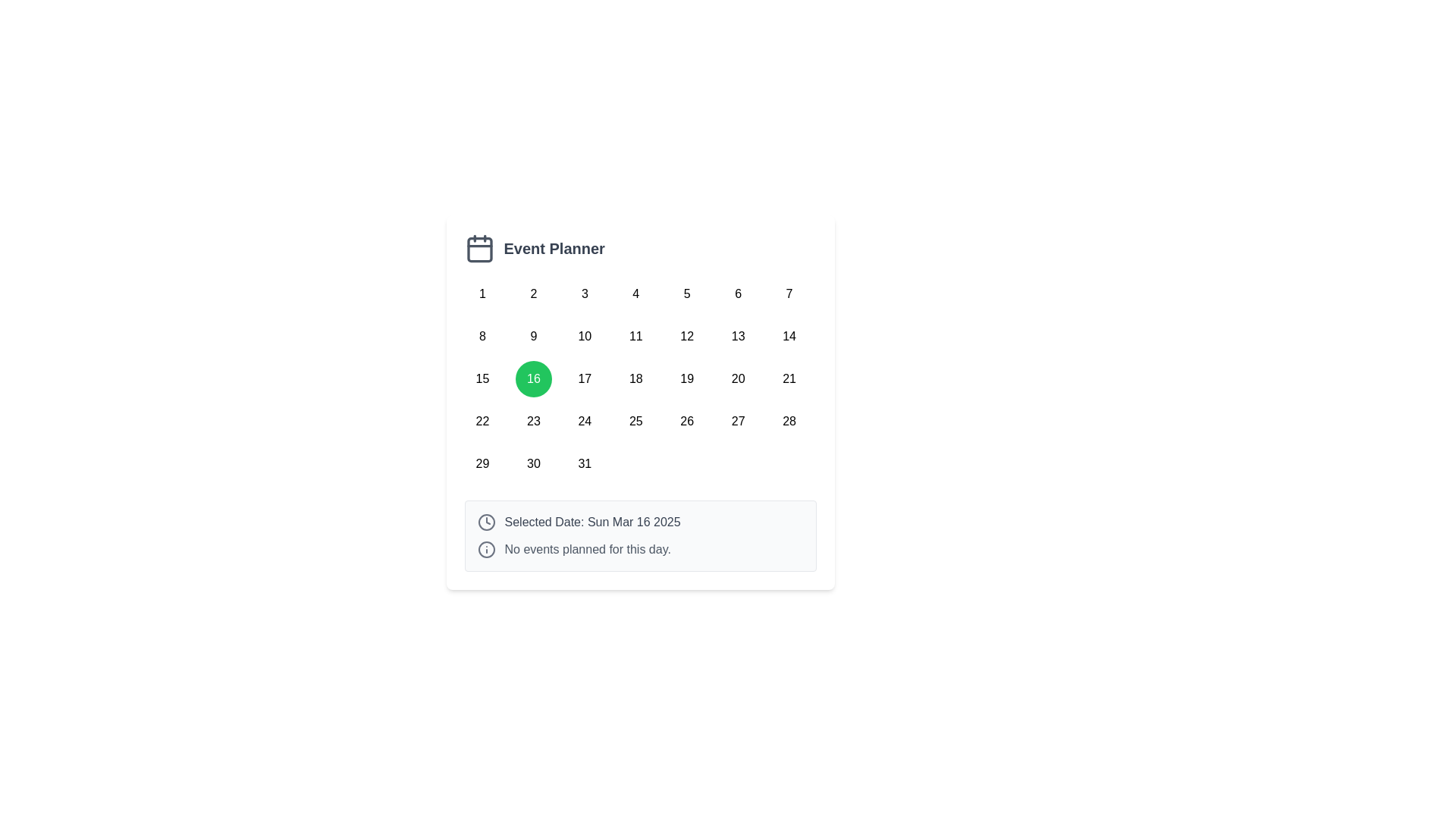 This screenshot has width=1456, height=819. What do you see at coordinates (533, 294) in the screenshot?
I see `the button representing the date '2' in the calendar interface` at bounding box center [533, 294].